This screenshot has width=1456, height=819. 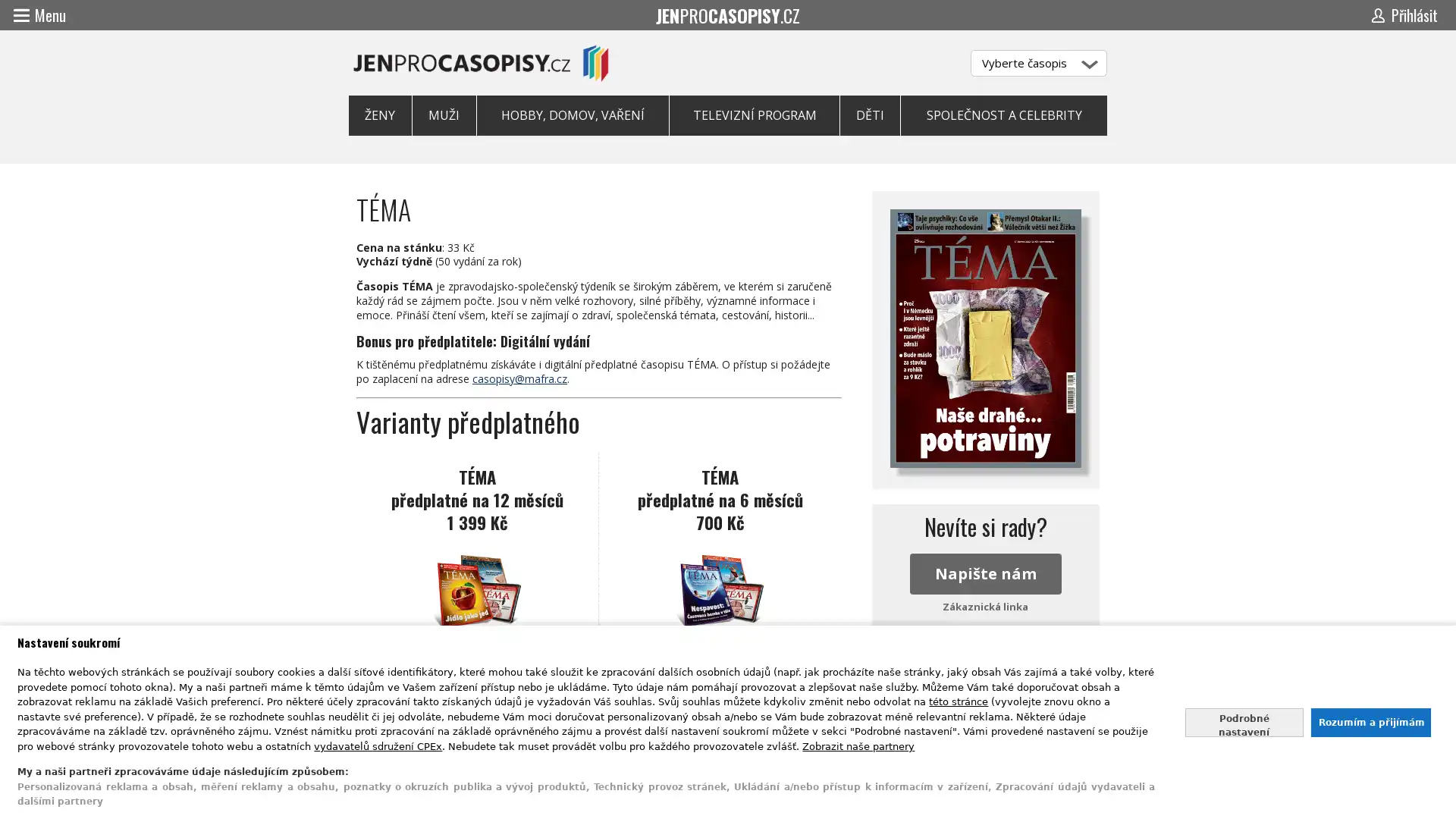 What do you see at coordinates (1370, 721) in the screenshot?
I see `Souhlasit s nasim zpracovanim udaju a zavrit` at bounding box center [1370, 721].